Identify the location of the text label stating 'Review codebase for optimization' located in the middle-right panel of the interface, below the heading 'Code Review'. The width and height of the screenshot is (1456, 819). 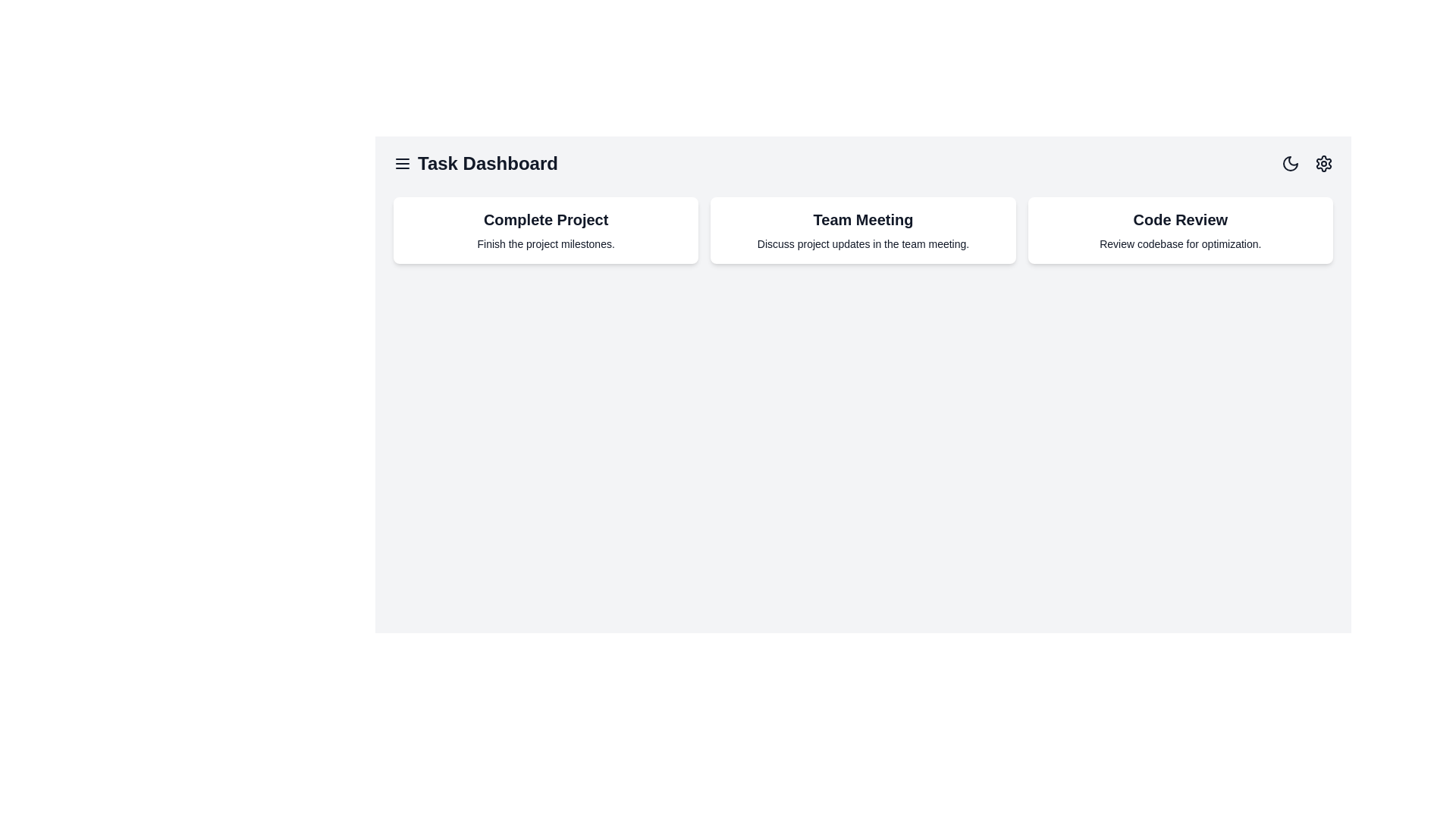
(1179, 243).